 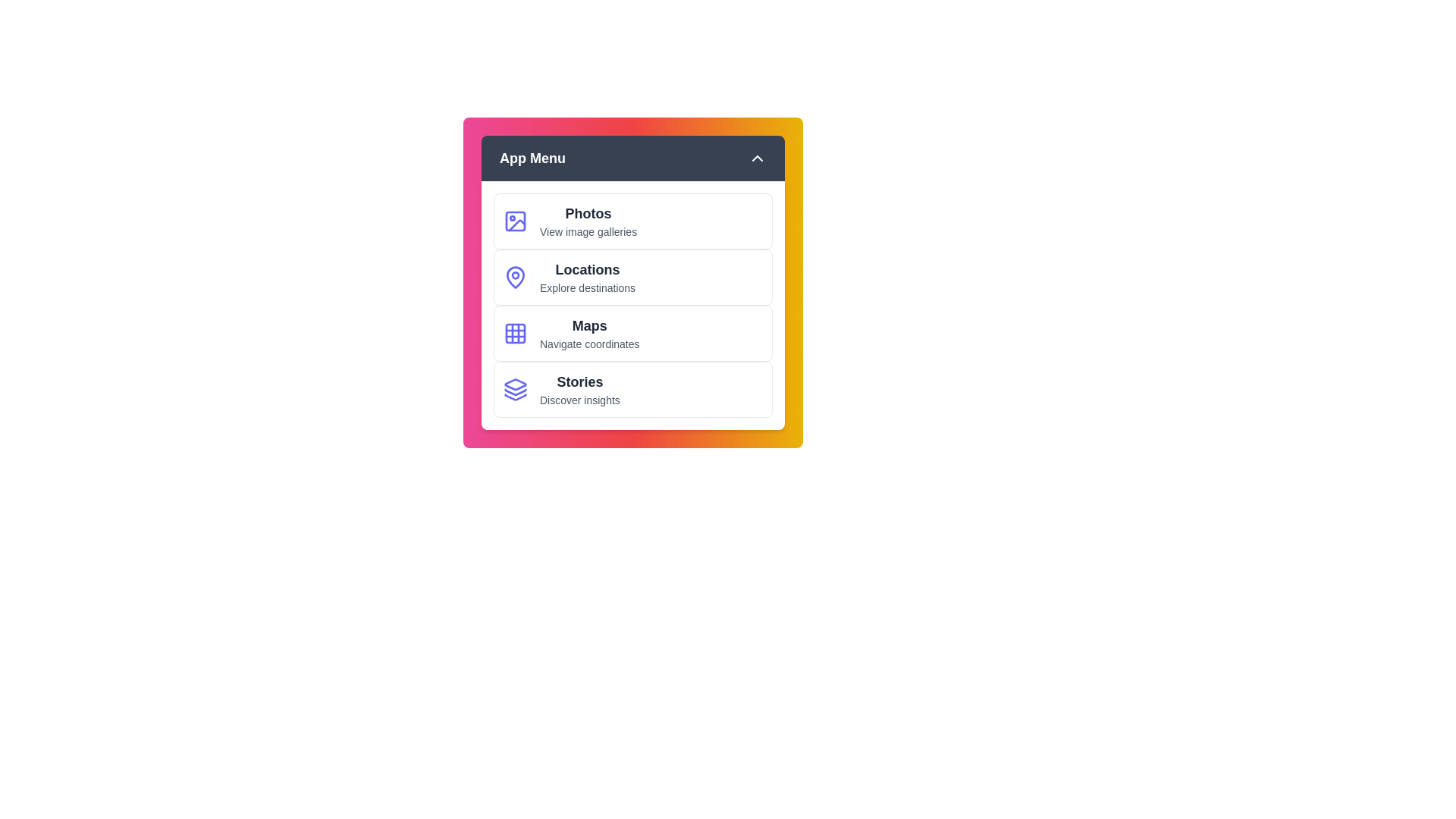 I want to click on the icon associated with the menu item 'Locations', so click(x=516, y=278).